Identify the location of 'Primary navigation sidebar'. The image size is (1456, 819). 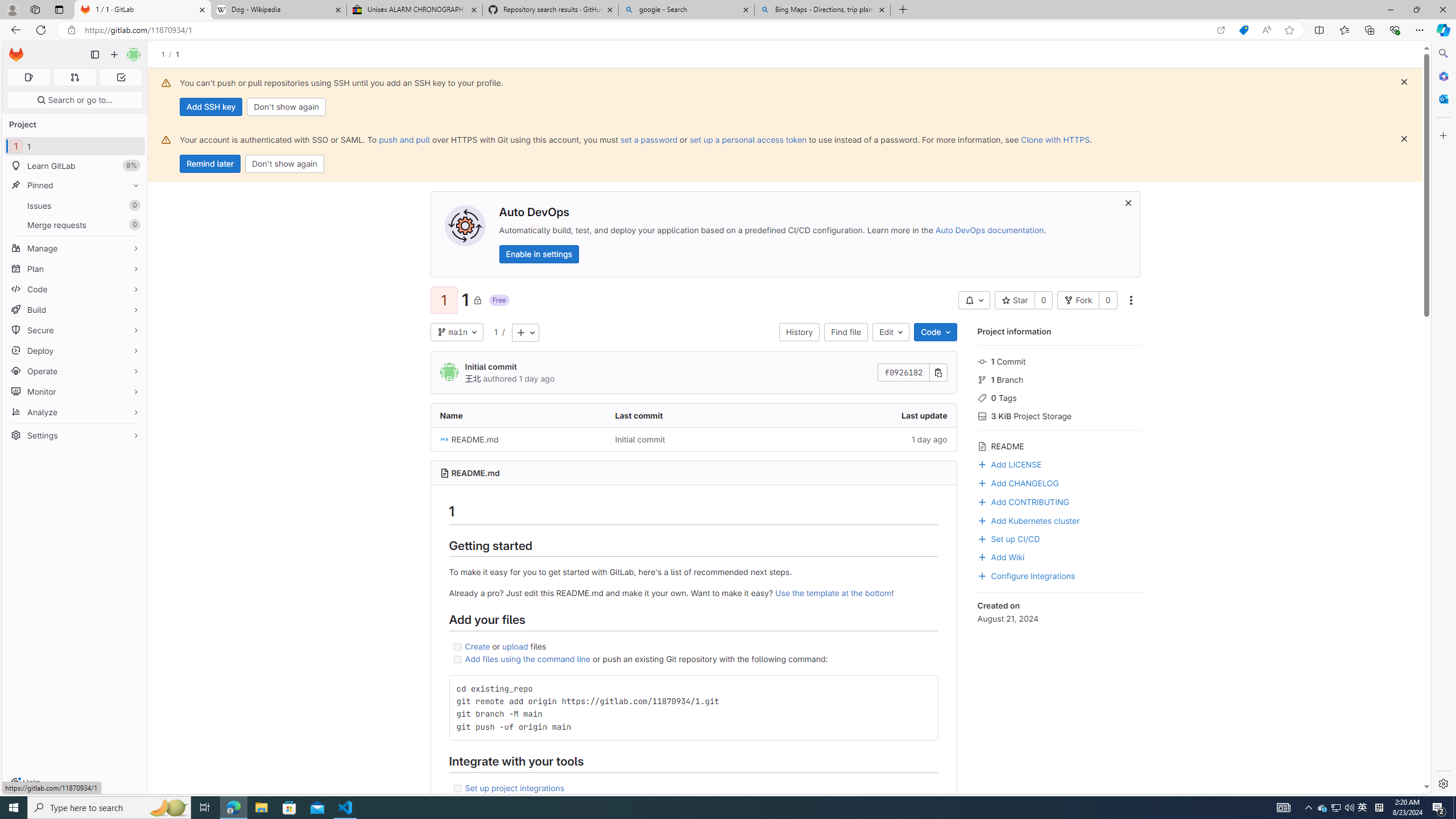
(94, 54).